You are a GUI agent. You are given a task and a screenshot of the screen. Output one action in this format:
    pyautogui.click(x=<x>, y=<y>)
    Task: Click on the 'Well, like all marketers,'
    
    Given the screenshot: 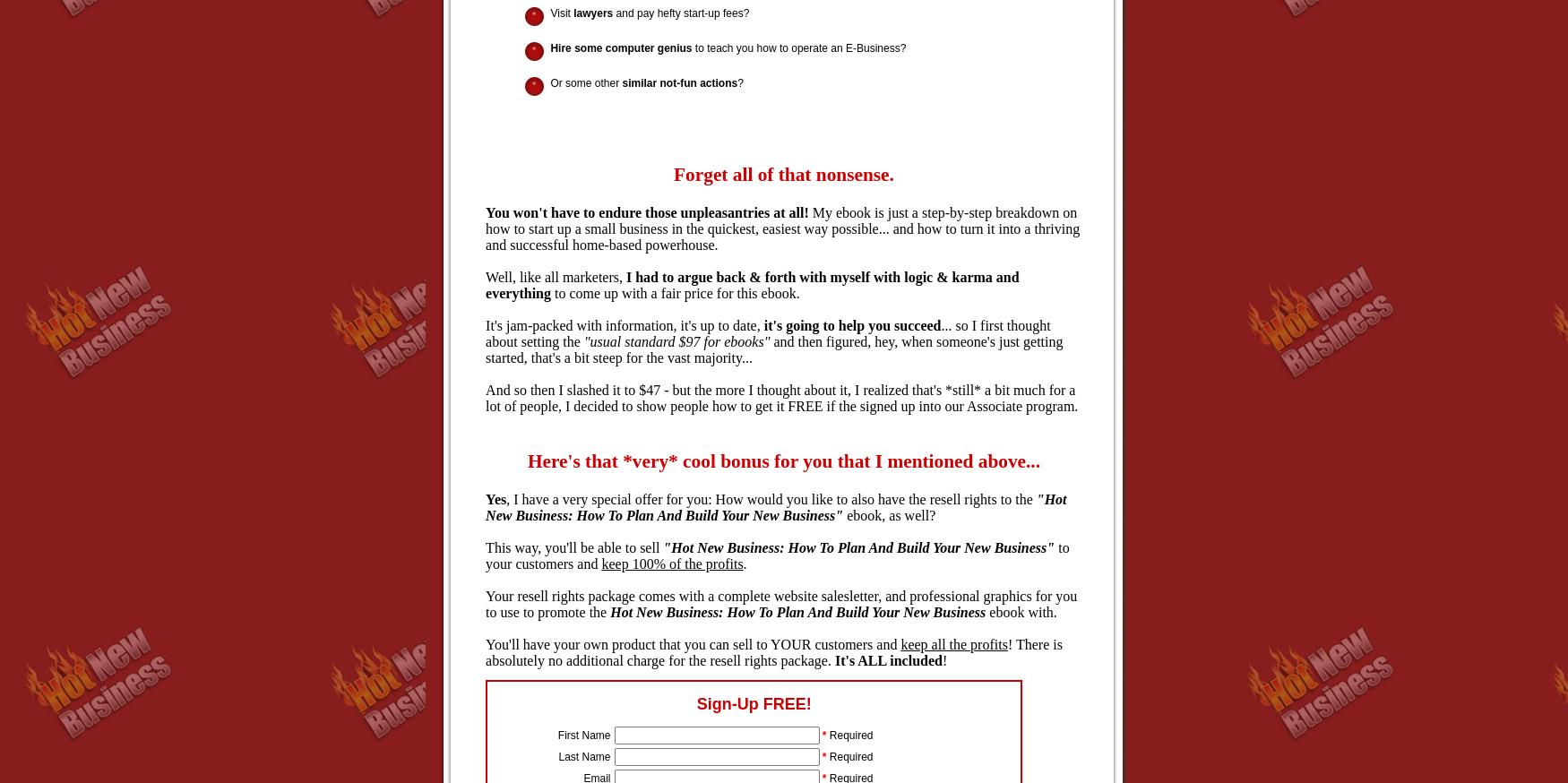 What is the action you would take?
    pyautogui.click(x=556, y=276)
    